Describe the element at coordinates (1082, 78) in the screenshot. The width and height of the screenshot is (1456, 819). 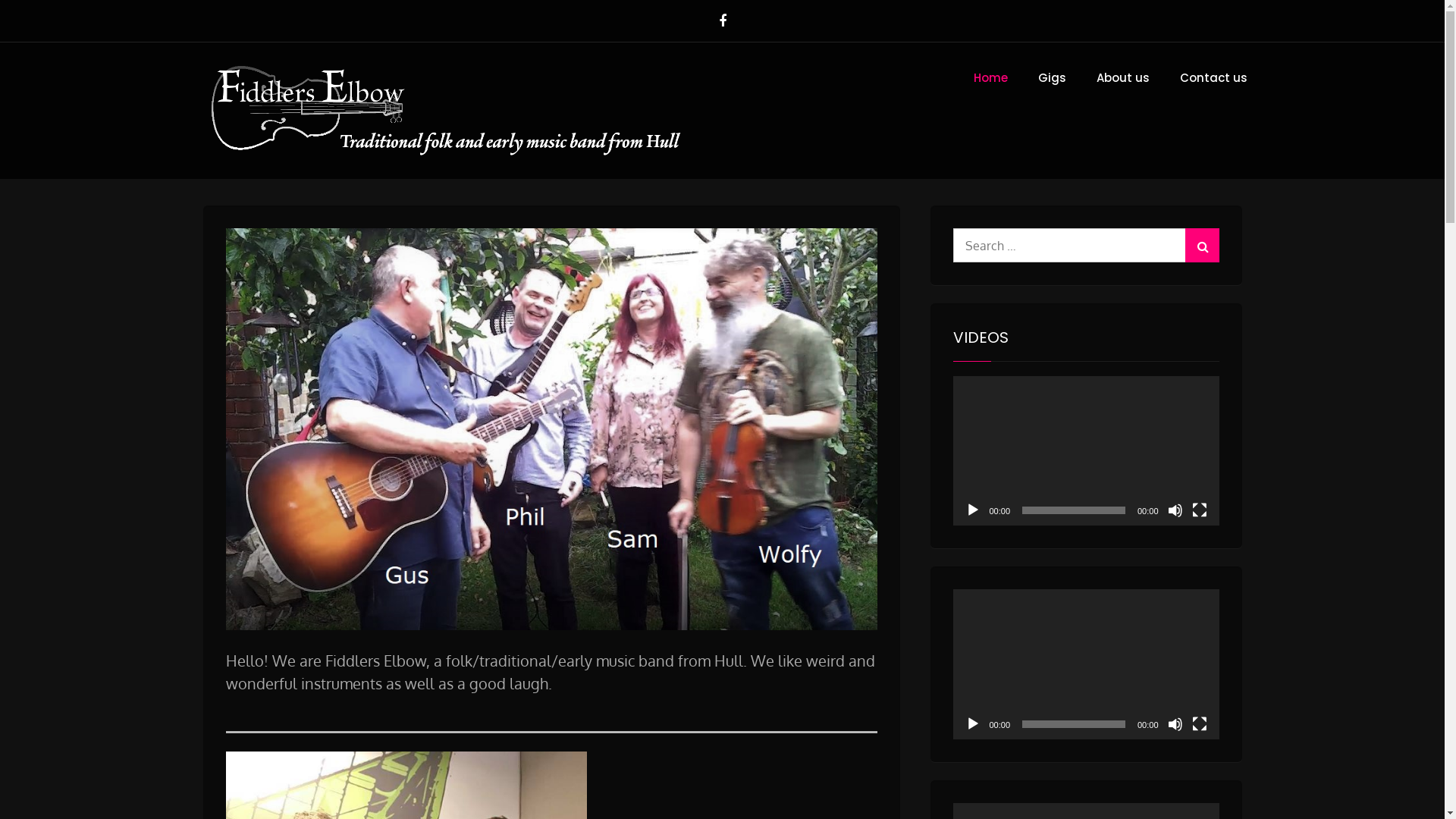
I see `'About us'` at that location.